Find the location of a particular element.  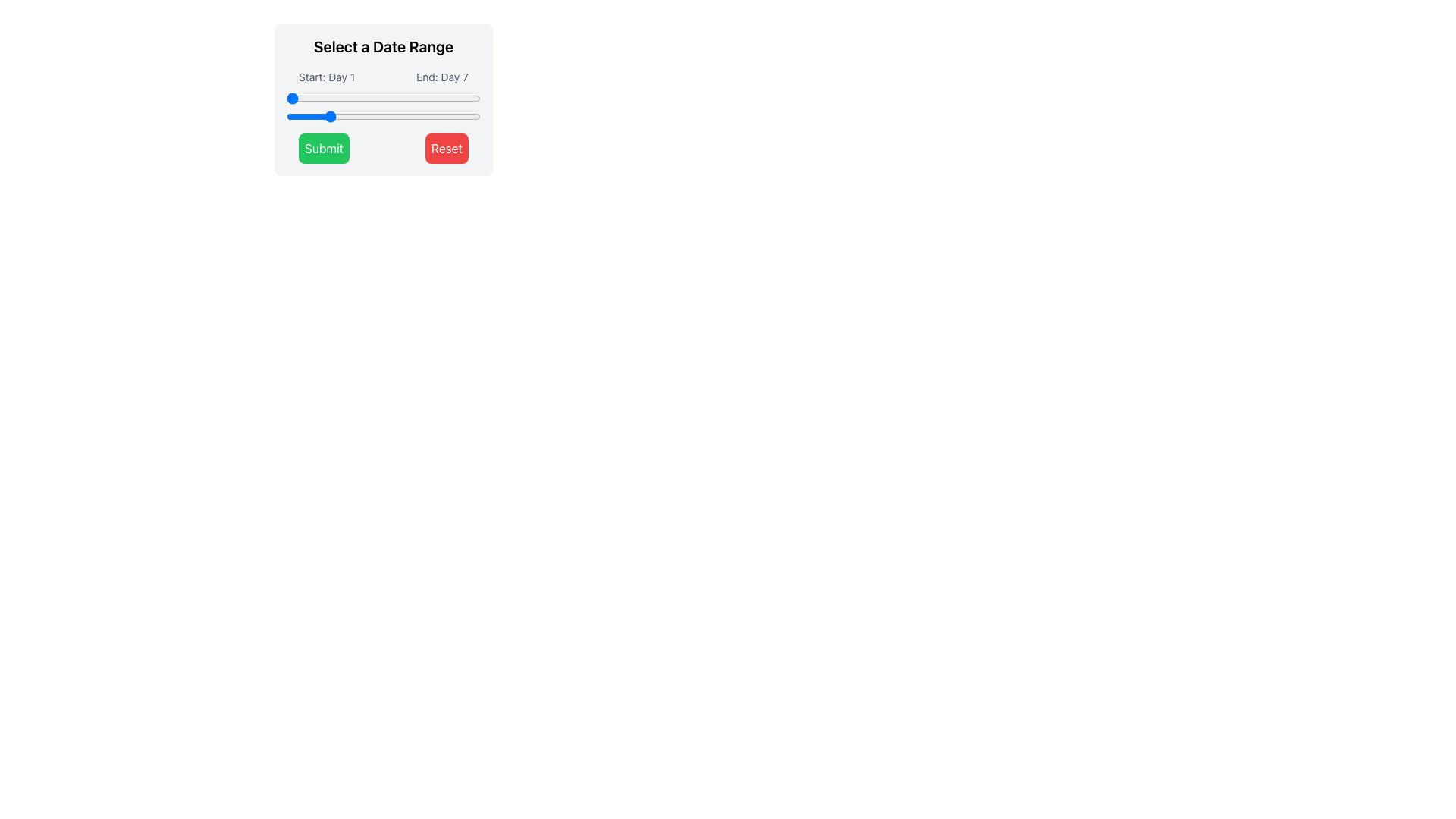

the 'Reset' button which has a red background and white text, positioned to the right of the 'Submit' button in the lower part of the 'Select a Date Range' area is located at coordinates (446, 149).